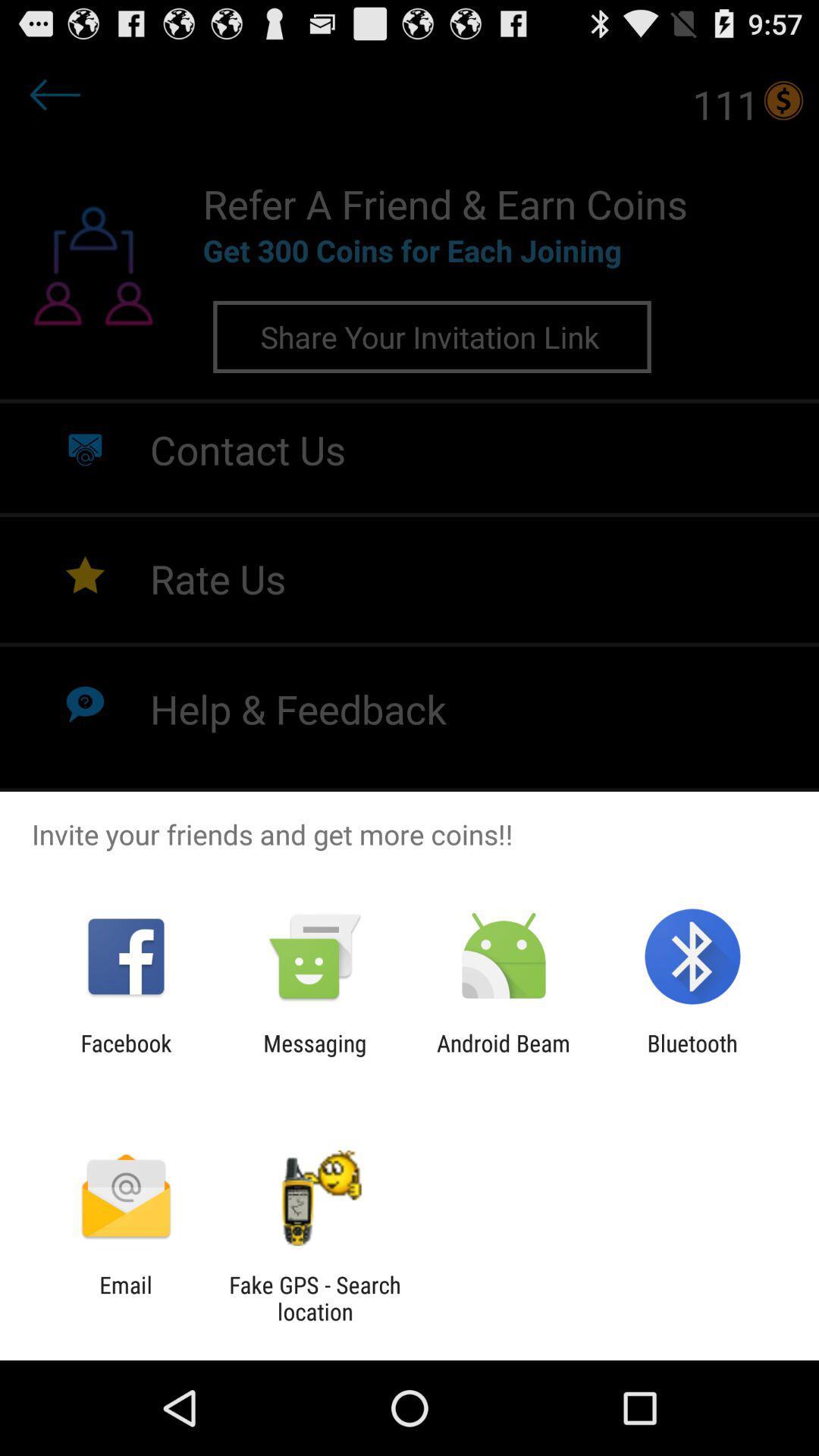 The image size is (819, 1456). What do you see at coordinates (504, 1056) in the screenshot?
I see `item to the right of messaging` at bounding box center [504, 1056].